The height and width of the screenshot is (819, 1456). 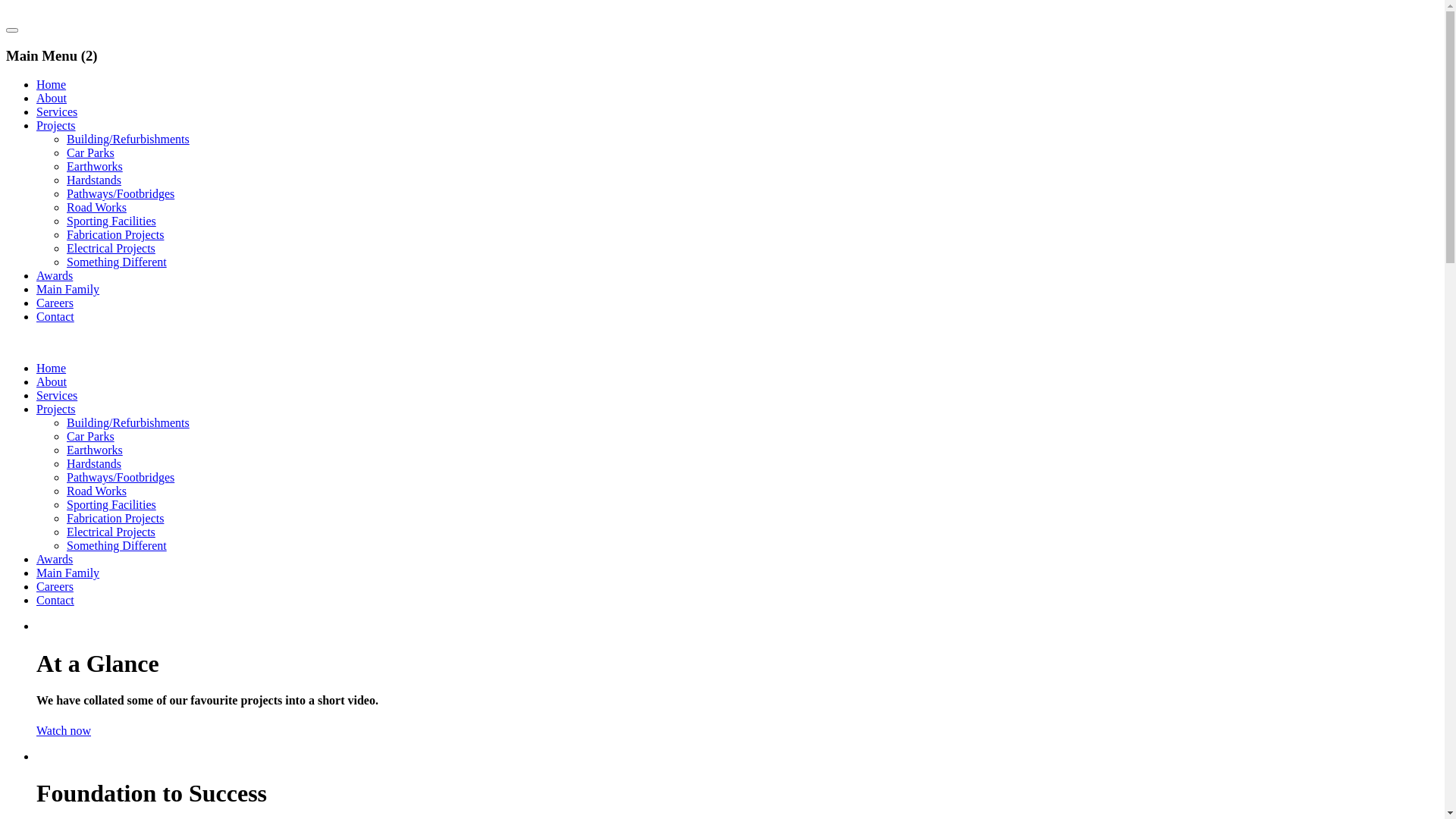 I want to click on 'Hardstands', so click(x=93, y=463).